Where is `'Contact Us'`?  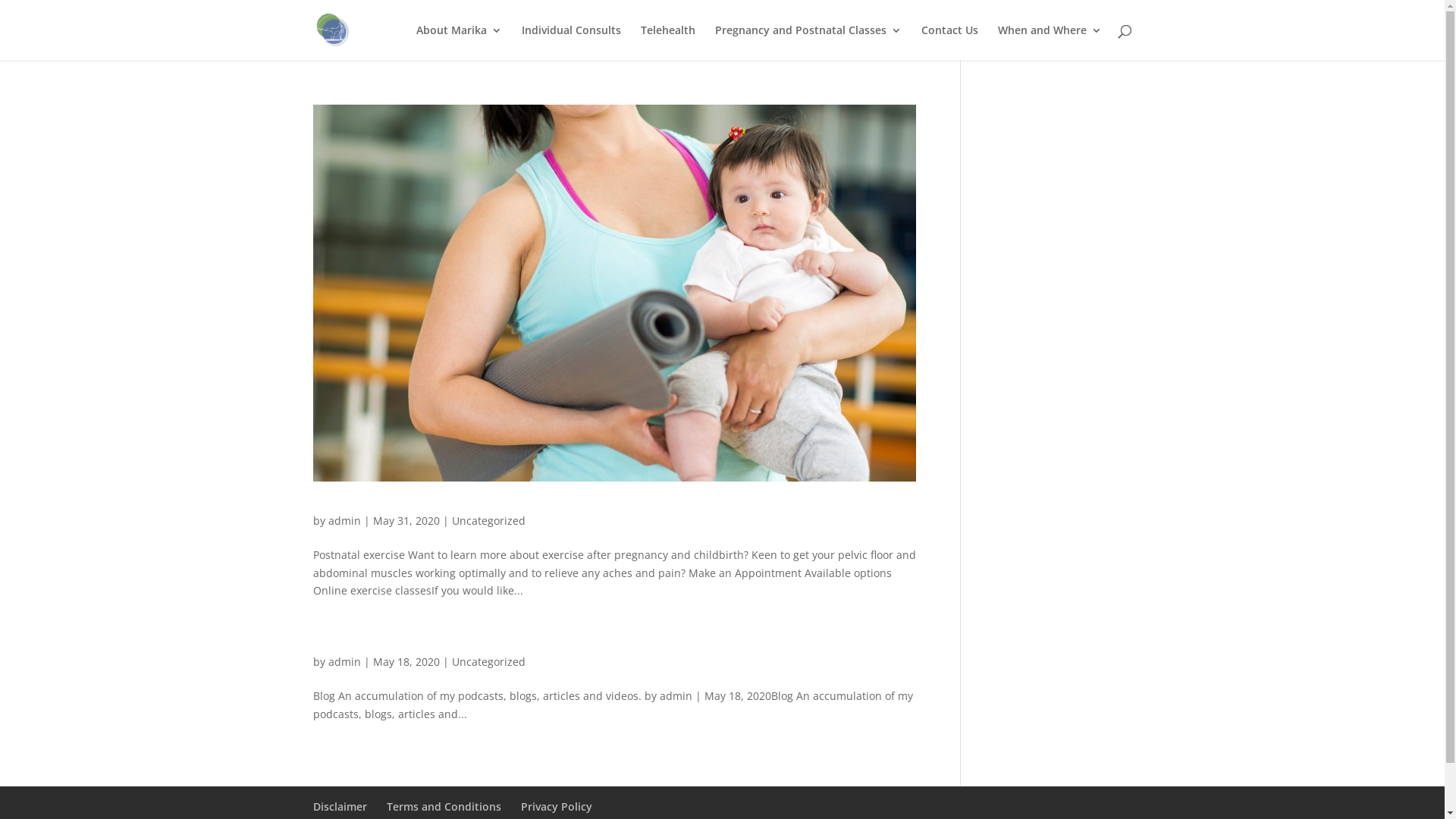
'Contact Us' is located at coordinates (948, 42).